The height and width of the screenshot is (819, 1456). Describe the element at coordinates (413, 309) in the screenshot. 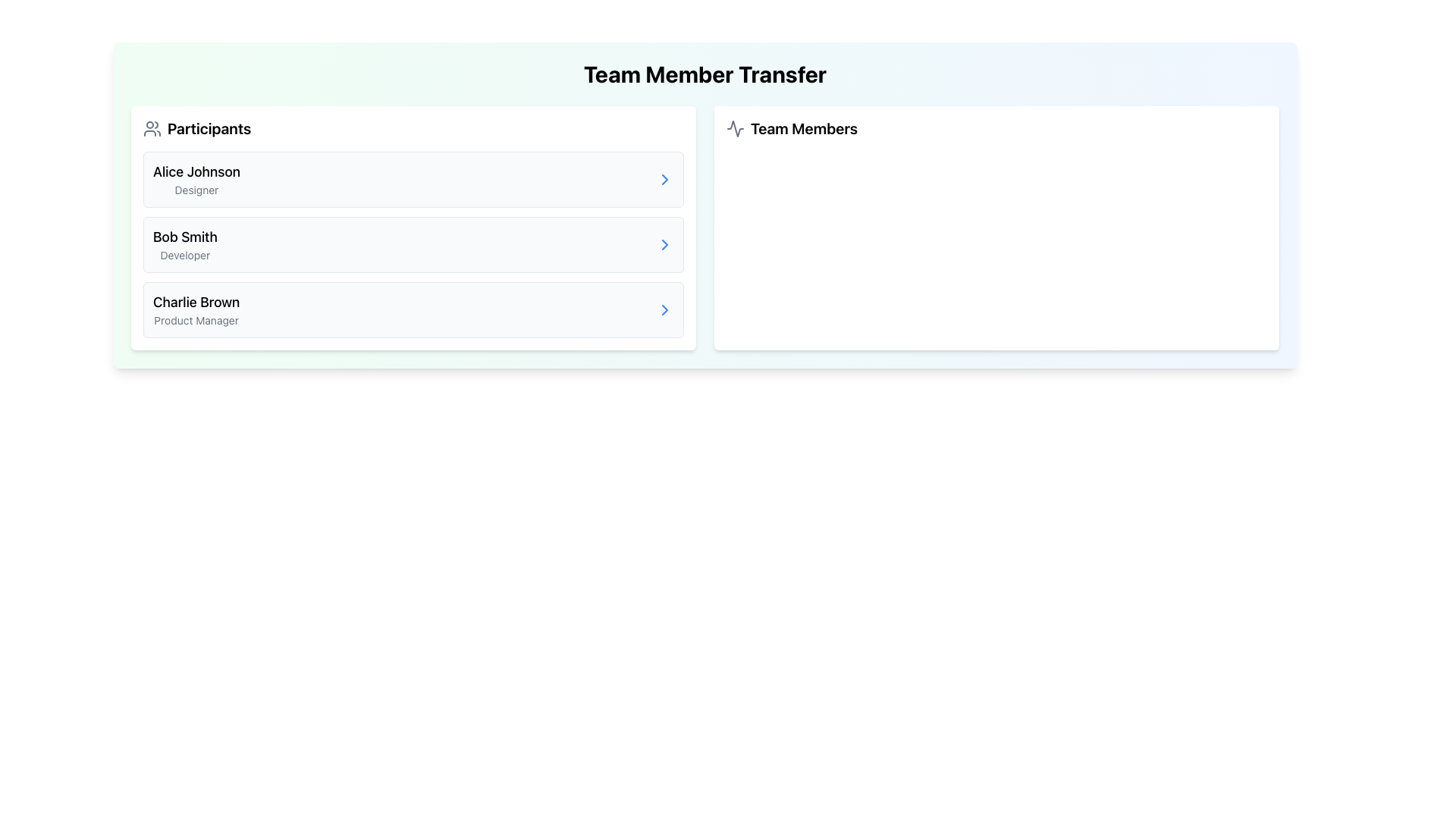

I see `the clickable list item representing the participant 'Charlie Brown', who is the 'Product Manager', located as the third item in the 'Participants' section` at that location.